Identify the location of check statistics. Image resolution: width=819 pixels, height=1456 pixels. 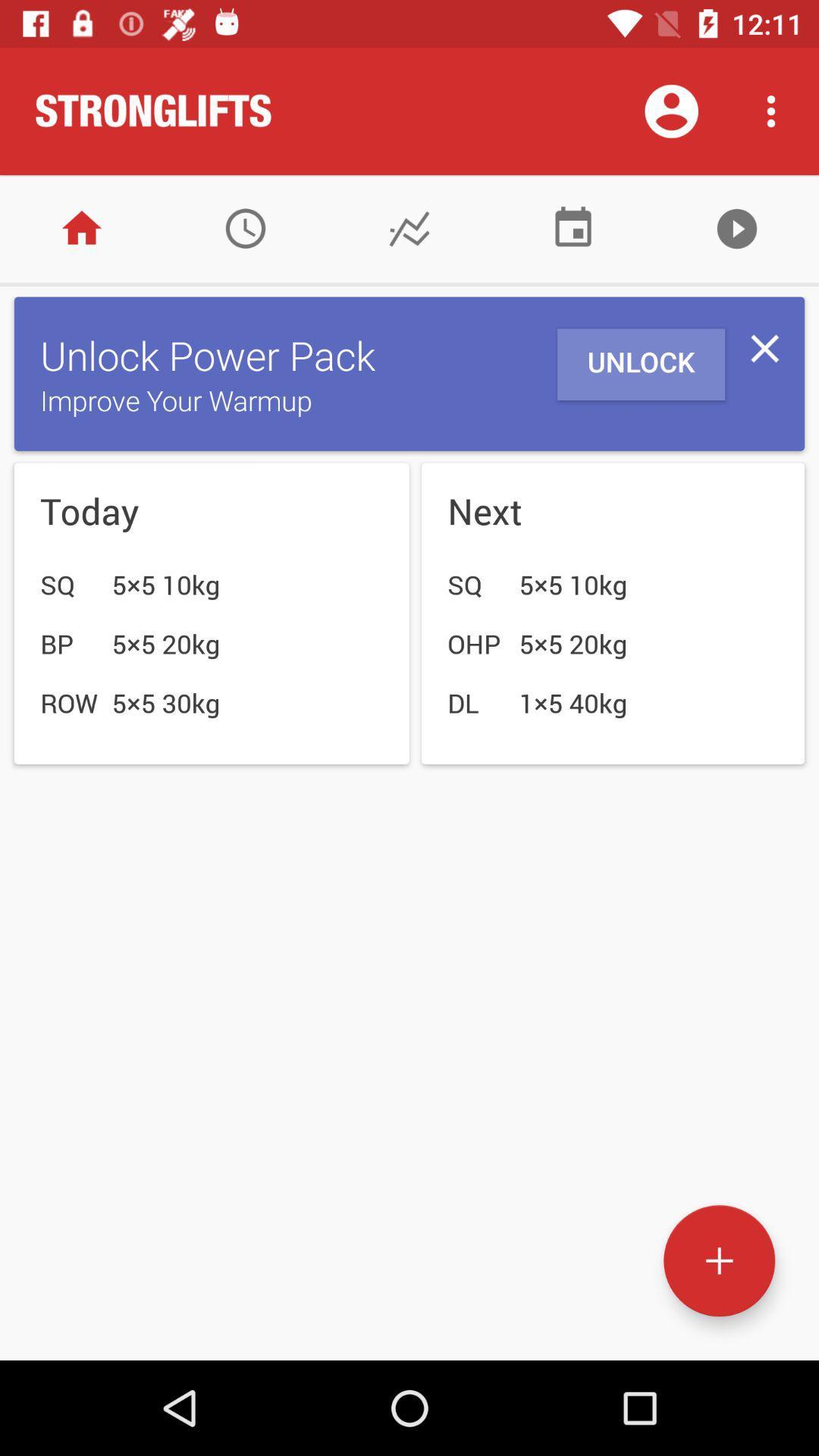
(409, 227).